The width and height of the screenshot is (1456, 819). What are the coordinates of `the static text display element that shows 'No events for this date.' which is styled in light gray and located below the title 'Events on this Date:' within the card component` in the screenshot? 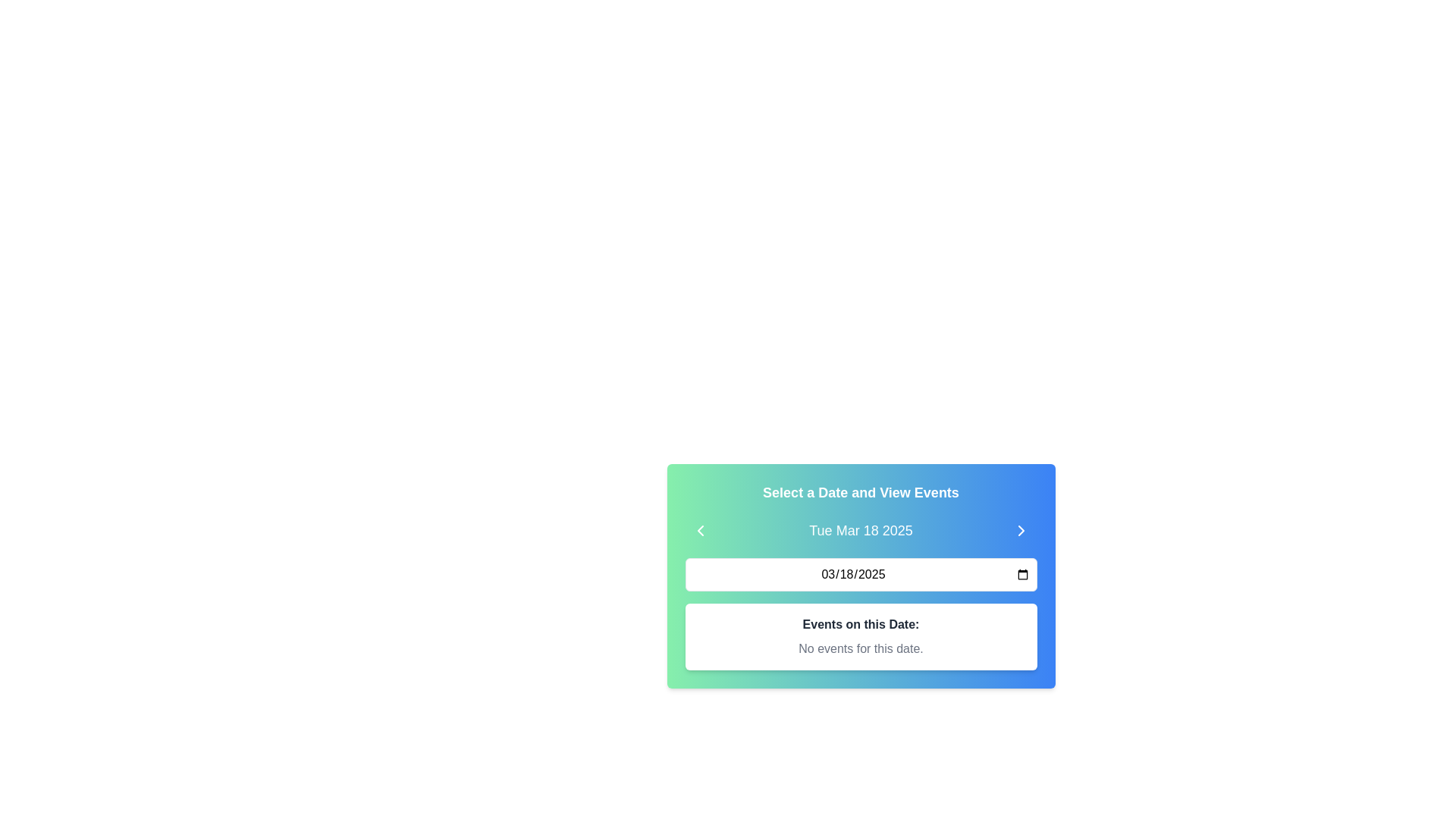 It's located at (861, 648).